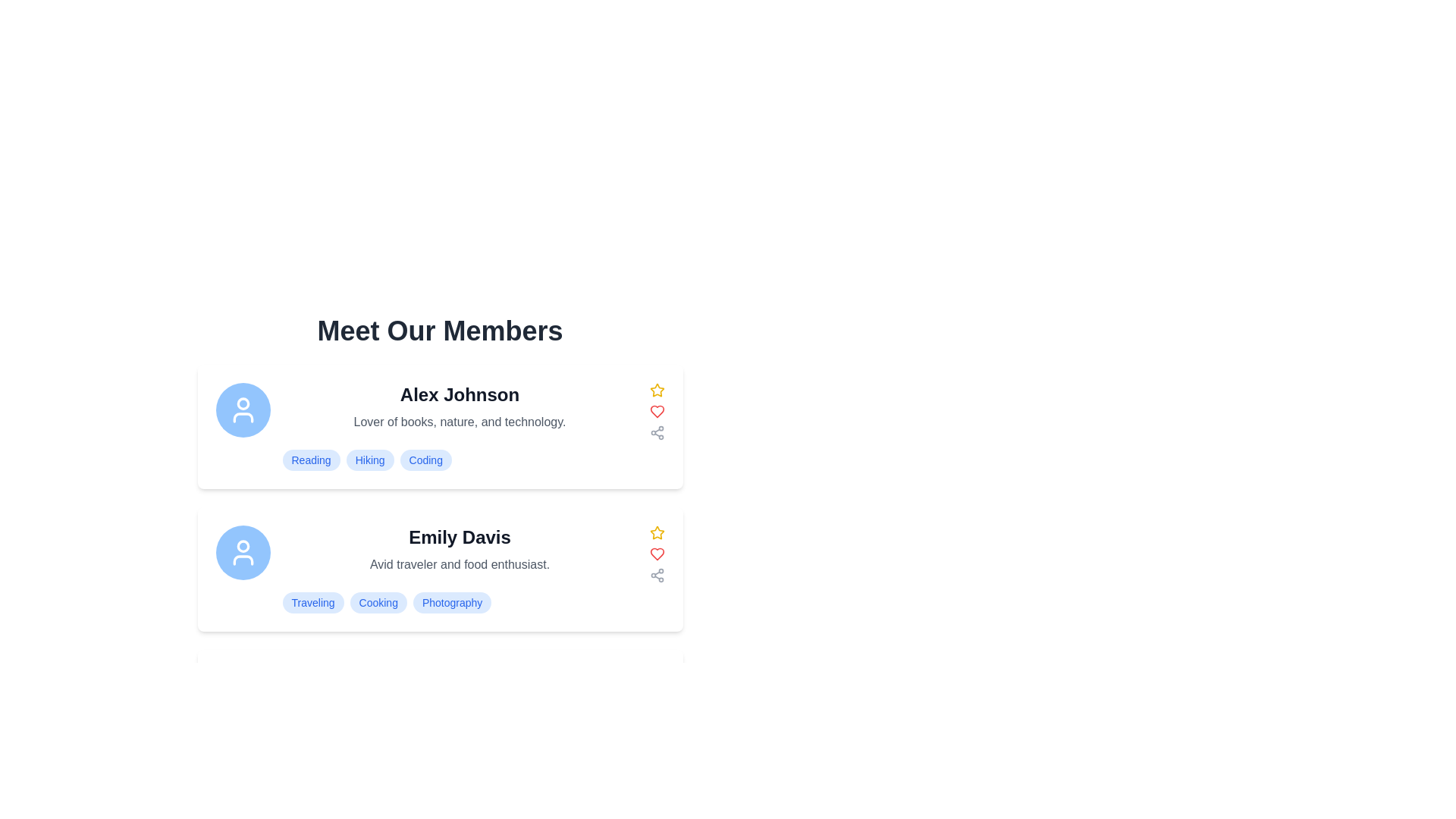 This screenshot has width=1456, height=819. What do you see at coordinates (657, 554) in the screenshot?
I see `the heart icon for the profile of Emily Davis` at bounding box center [657, 554].